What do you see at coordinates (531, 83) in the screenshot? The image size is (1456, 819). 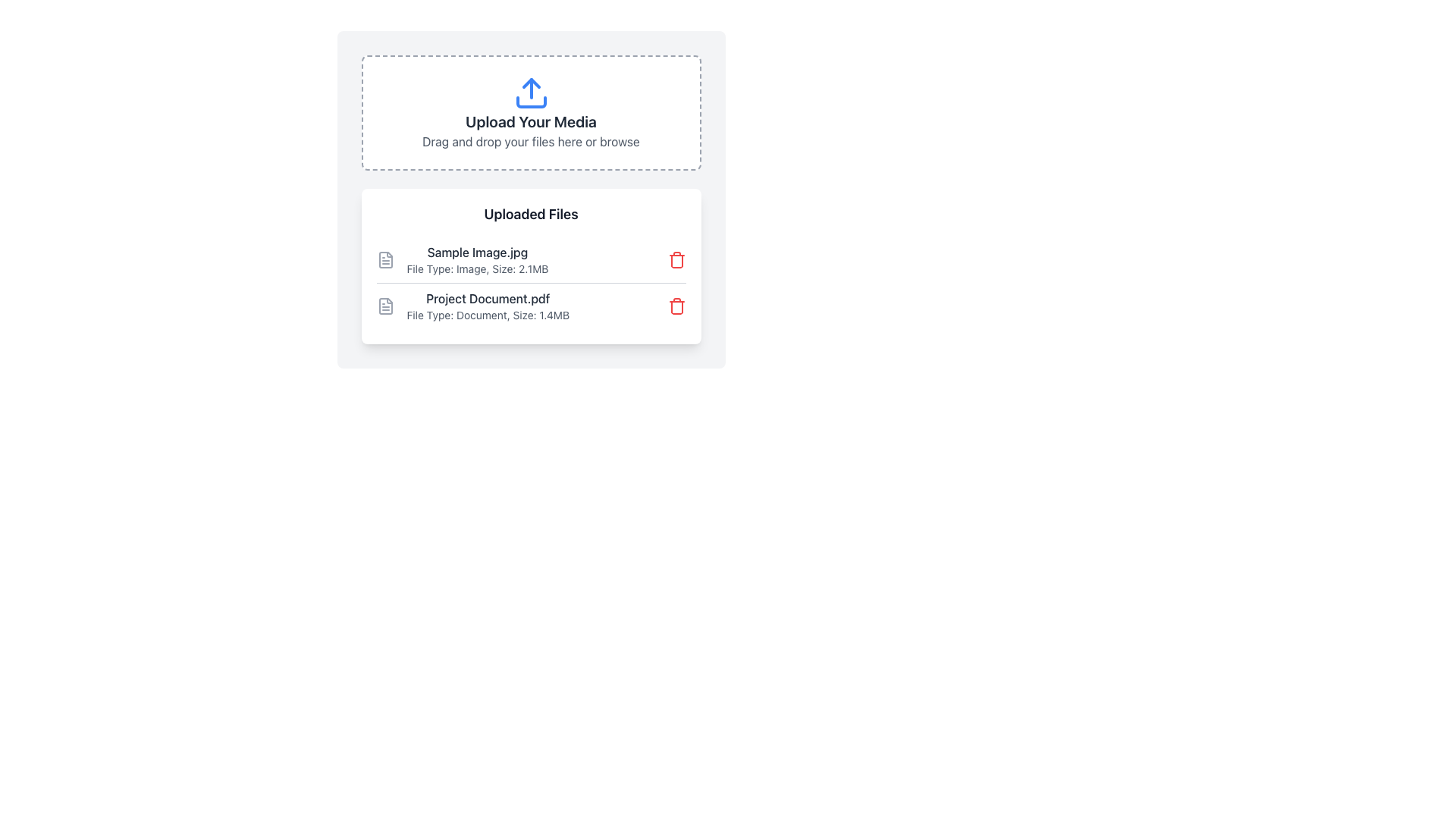 I see `the triangular arrowhead of the upload icon, which visually represents the action of uploading files or data, located in the center of the 'Upload Your Media' section` at bounding box center [531, 83].